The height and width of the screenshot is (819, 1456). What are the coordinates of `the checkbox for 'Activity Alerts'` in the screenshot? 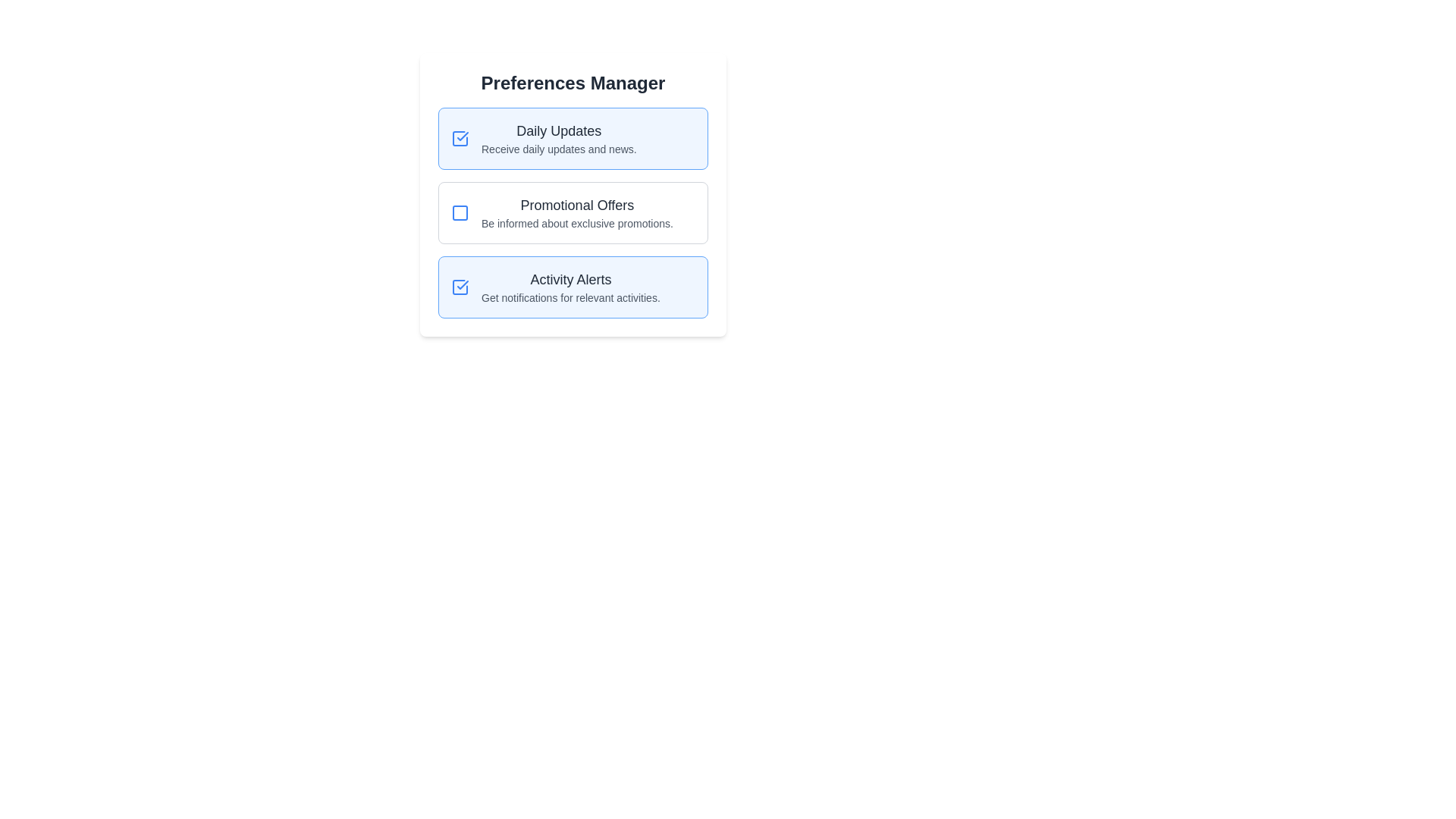 It's located at (459, 287).